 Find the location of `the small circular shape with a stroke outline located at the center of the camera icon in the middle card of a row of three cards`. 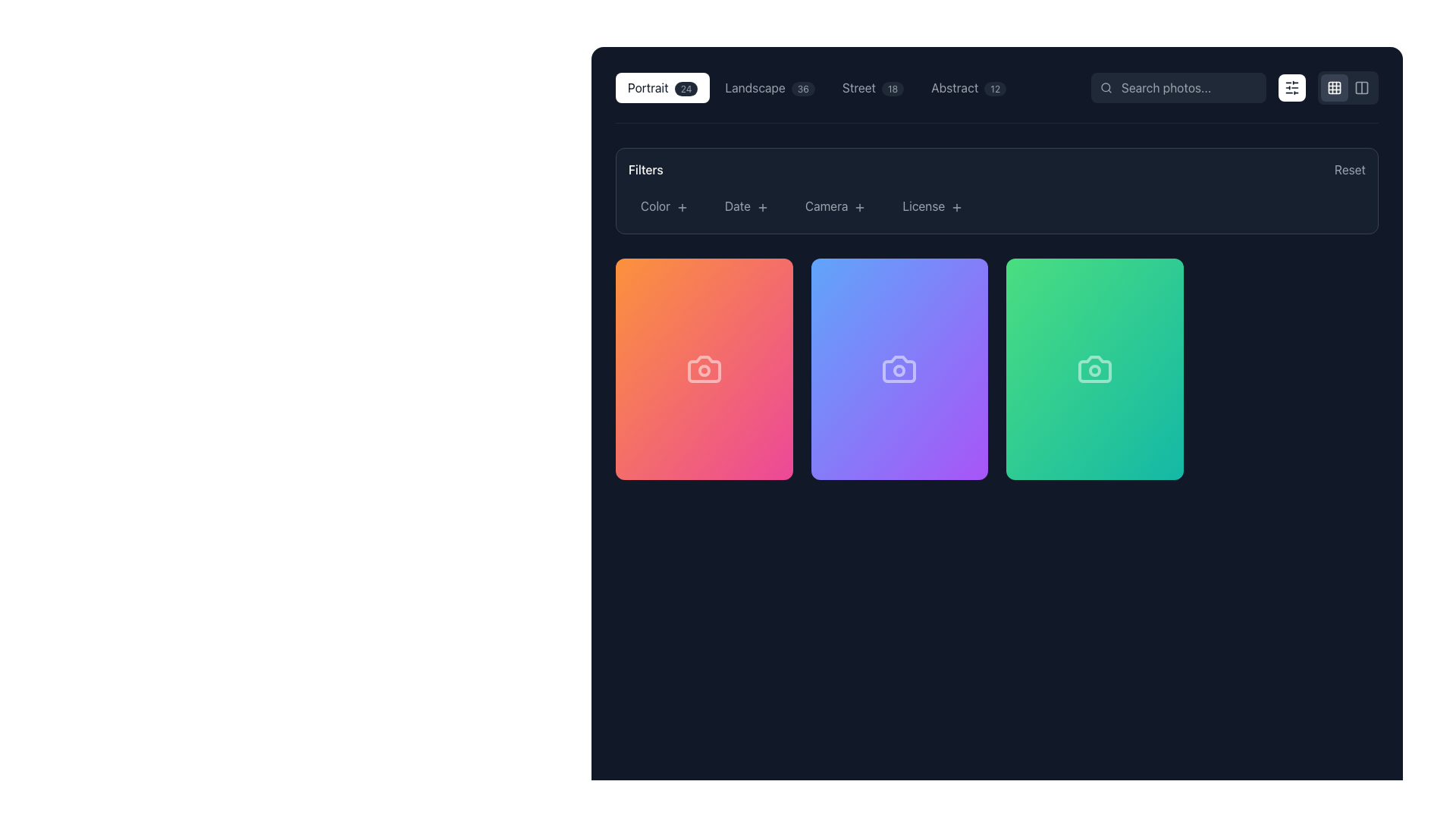

the small circular shape with a stroke outline located at the center of the camera icon in the middle card of a row of three cards is located at coordinates (899, 370).